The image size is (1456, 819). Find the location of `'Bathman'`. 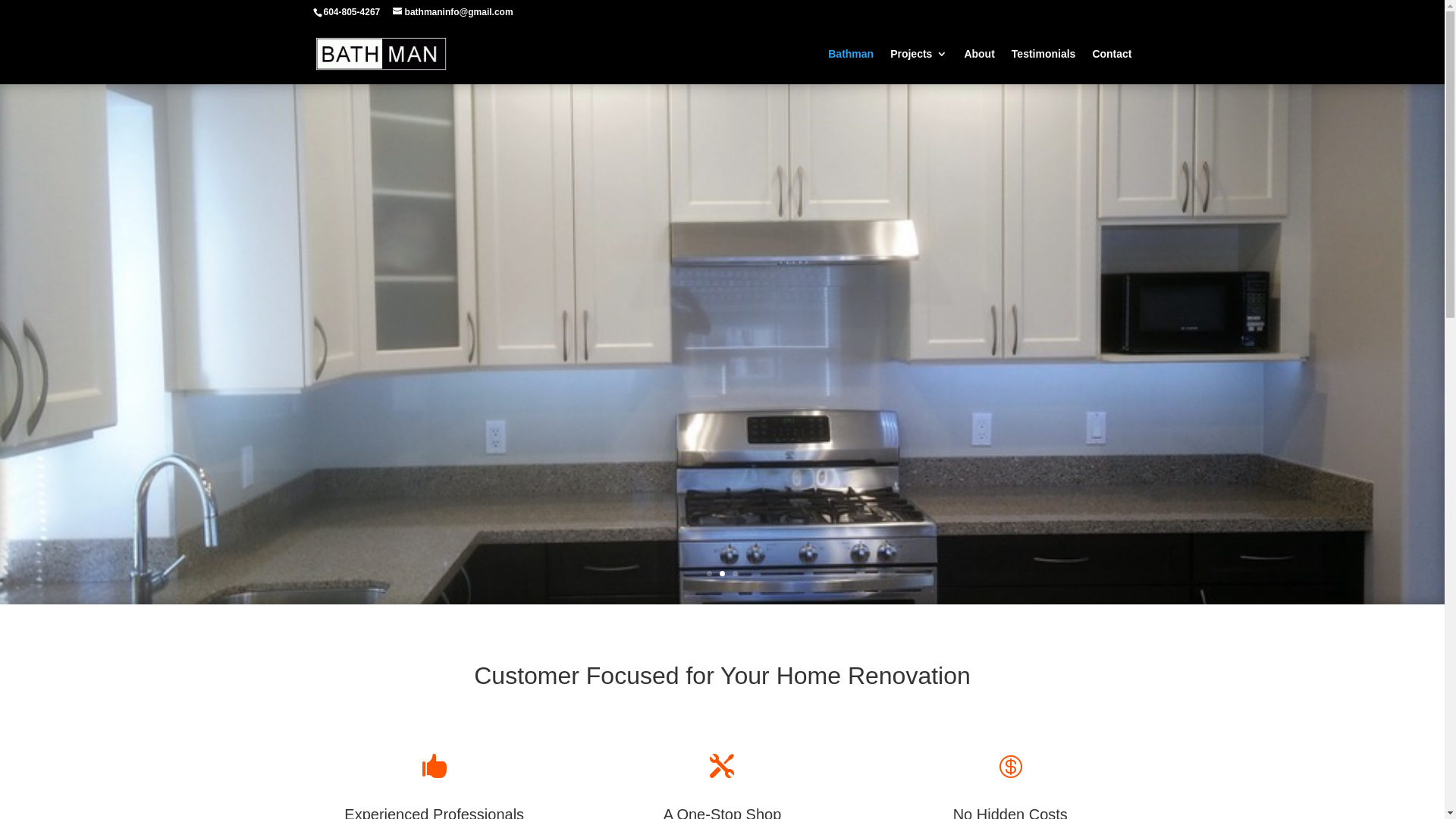

'Bathman' is located at coordinates (851, 65).